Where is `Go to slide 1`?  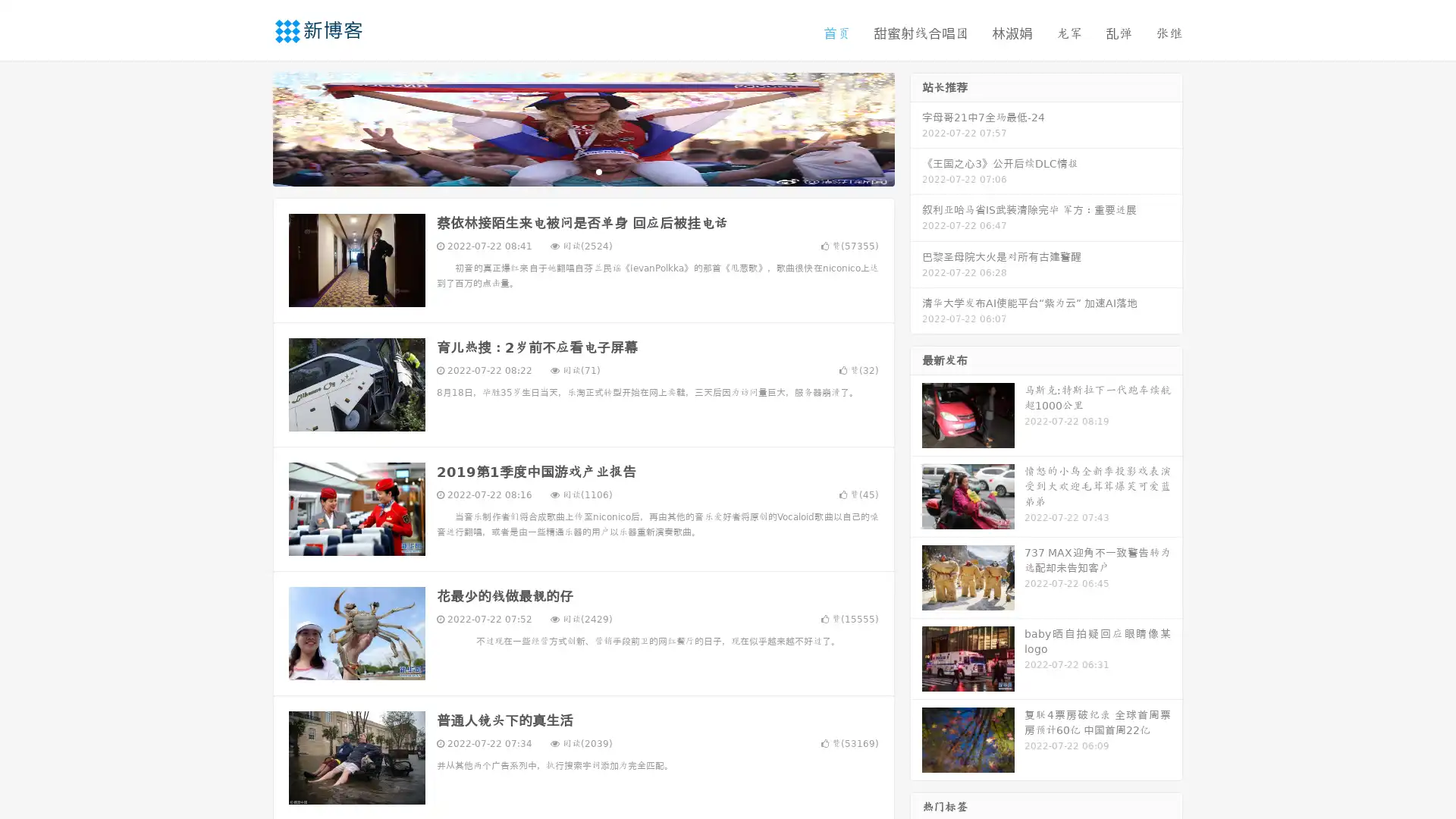 Go to slide 1 is located at coordinates (567, 171).